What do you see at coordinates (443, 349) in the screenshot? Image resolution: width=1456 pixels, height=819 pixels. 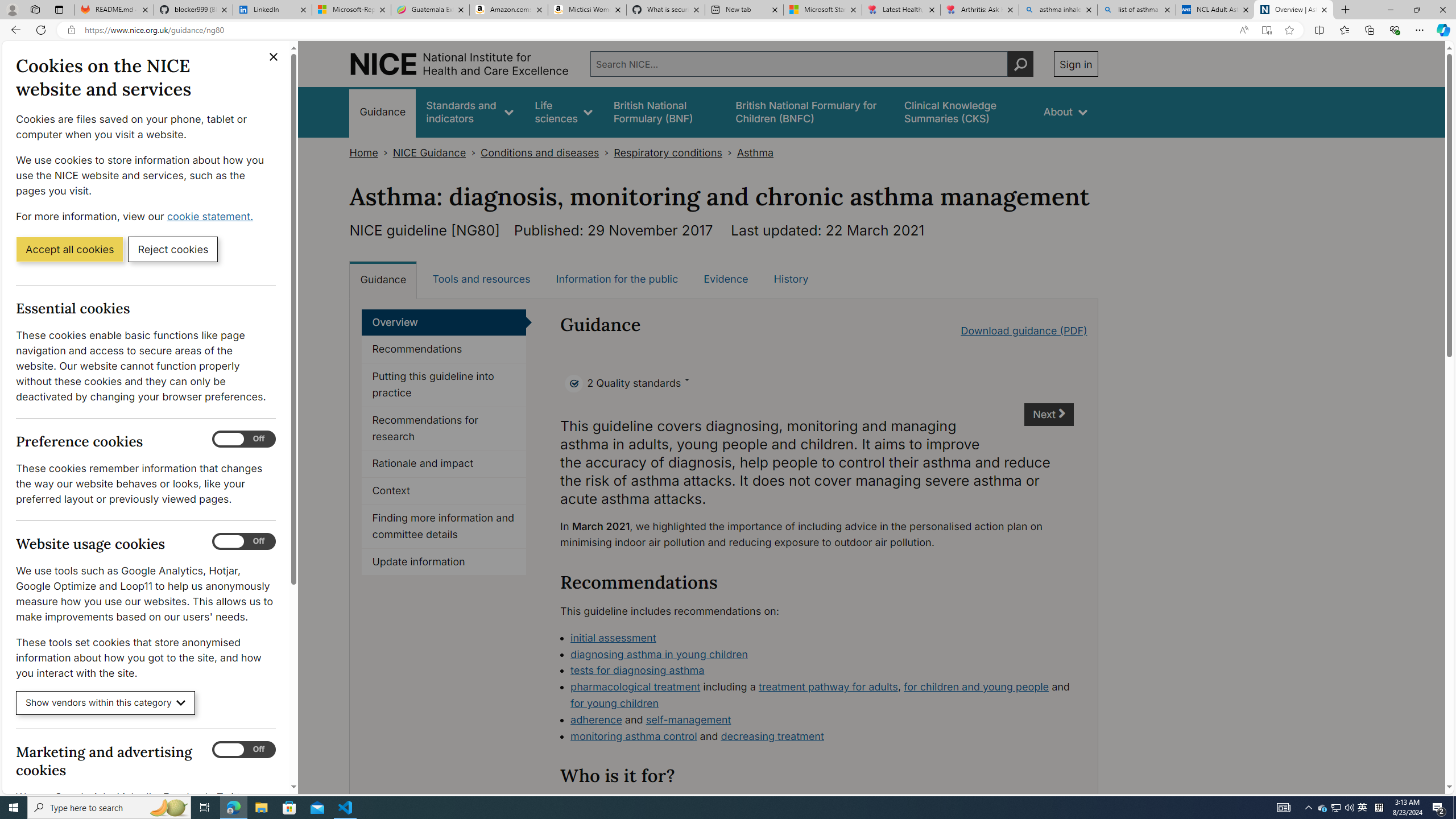 I see `'Recommendations'` at bounding box center [443, 349].